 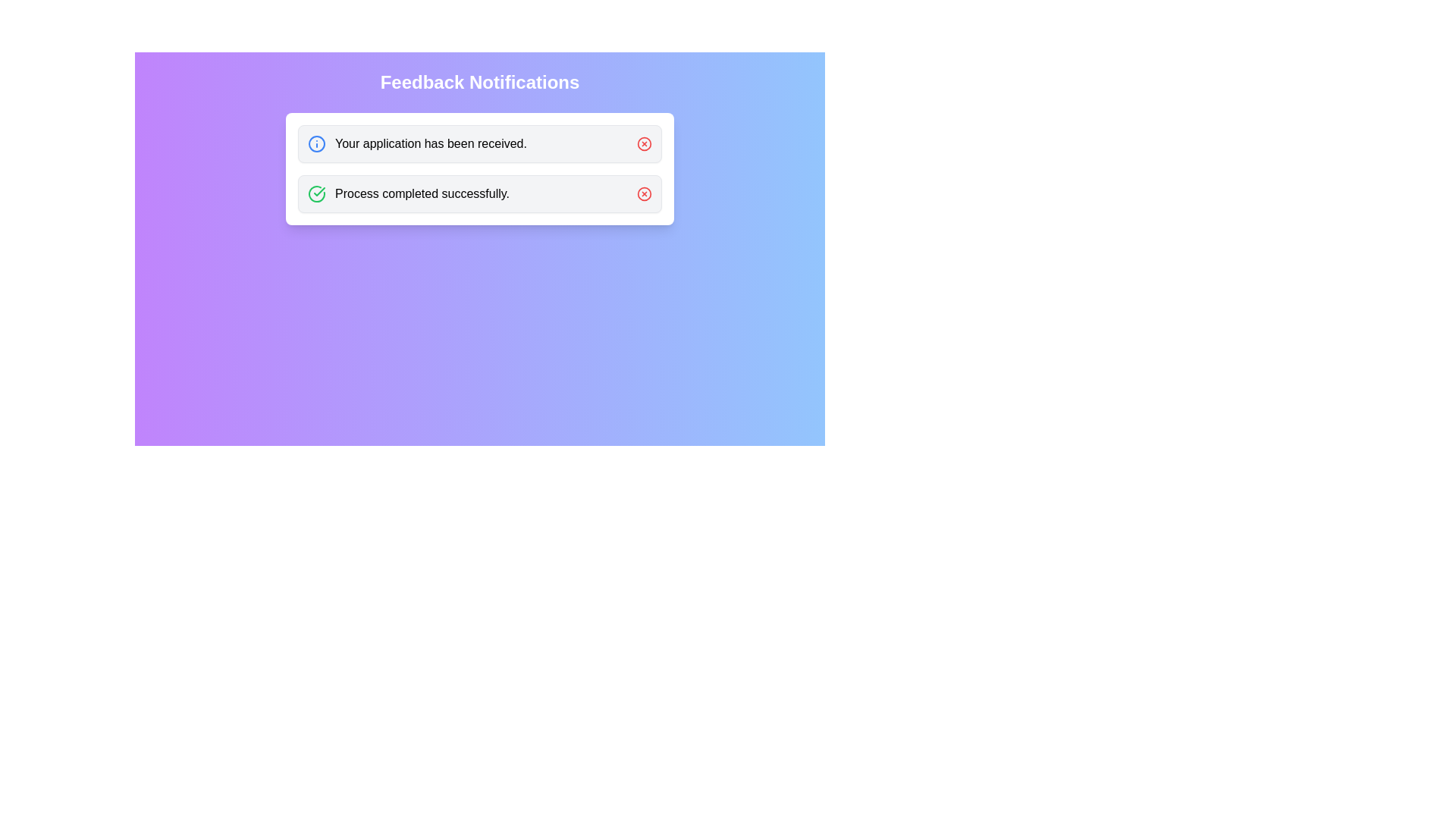 I want to click on the visual state of the circular Icon component located on the right side of the lower notification box, so click(x=644, y=193).